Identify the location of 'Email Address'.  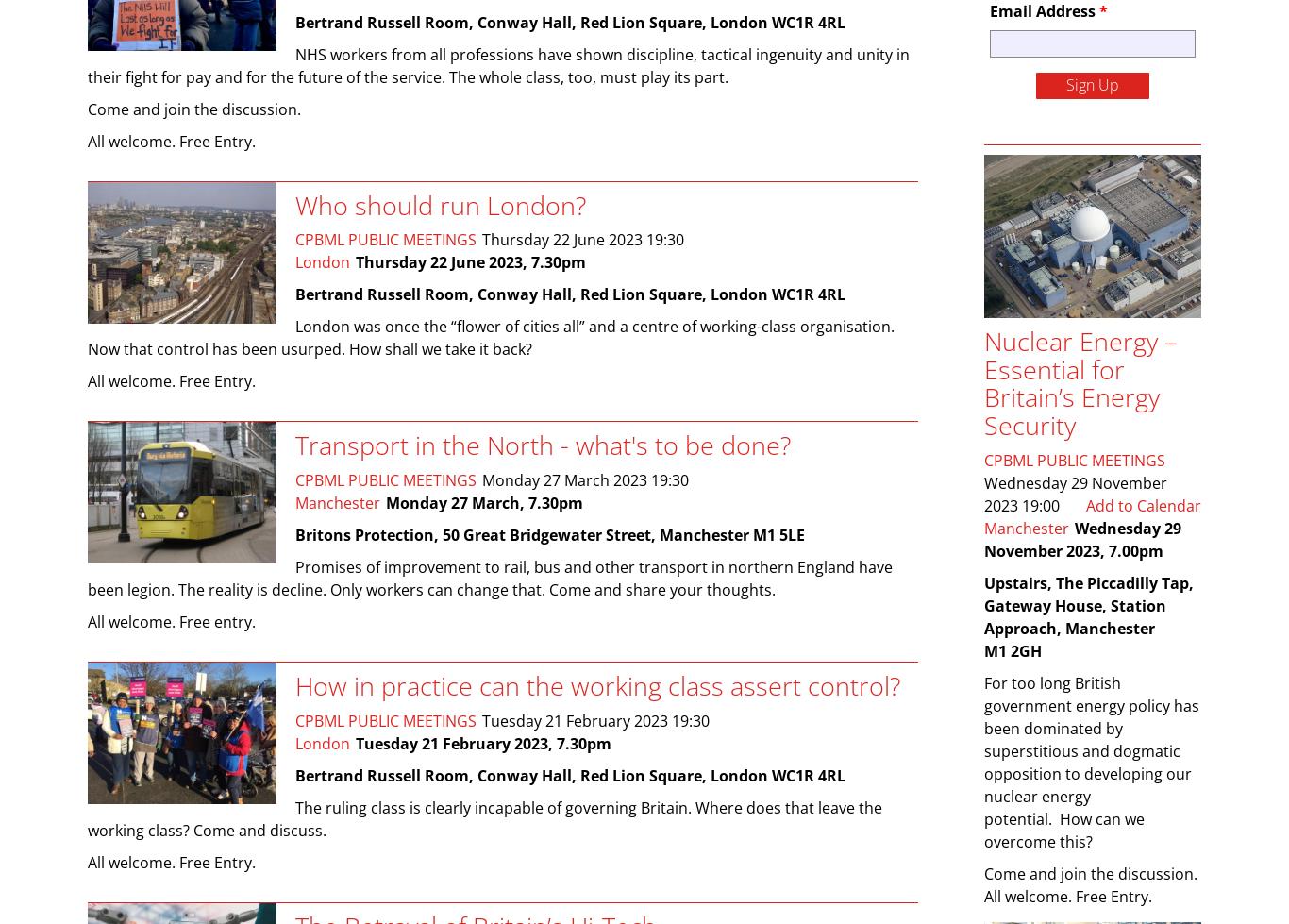
(1043, 9).